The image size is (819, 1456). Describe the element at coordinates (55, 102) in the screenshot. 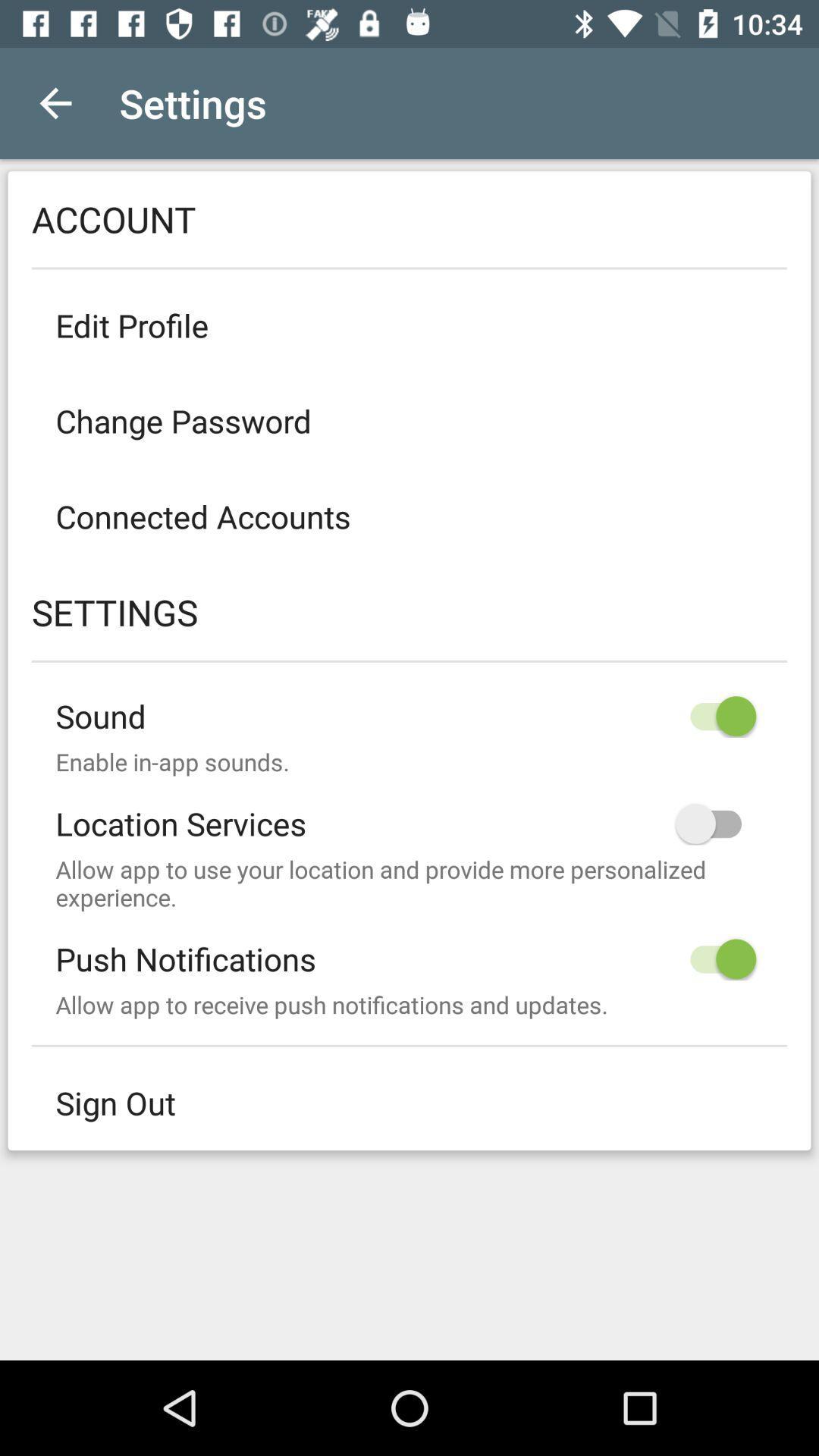

I see `the item next to the settings` at that location.